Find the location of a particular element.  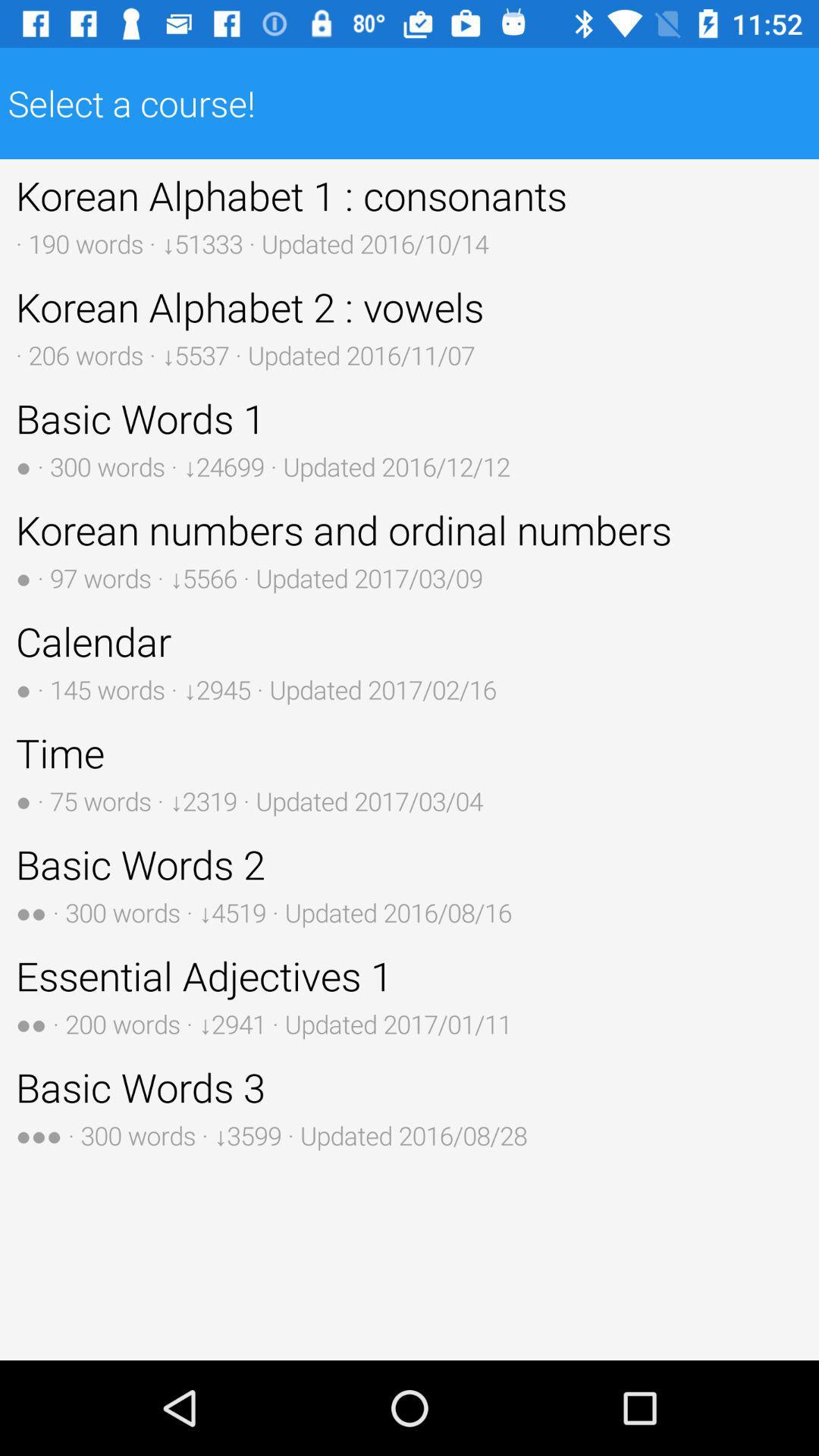

the icon below the basic words 2 button is located at coordinates (409, 995).